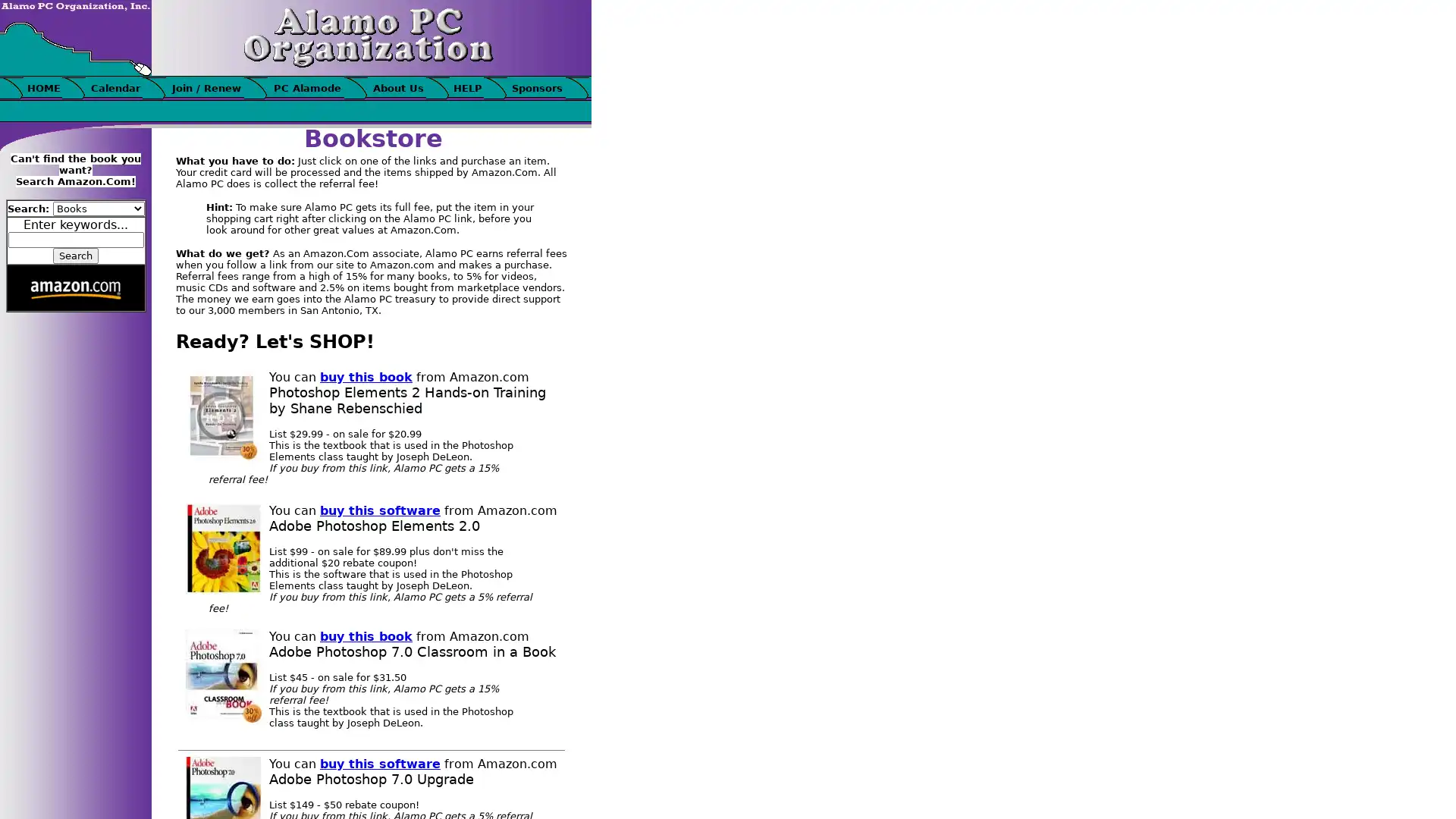  I want to click on Search, so click(75, 255).